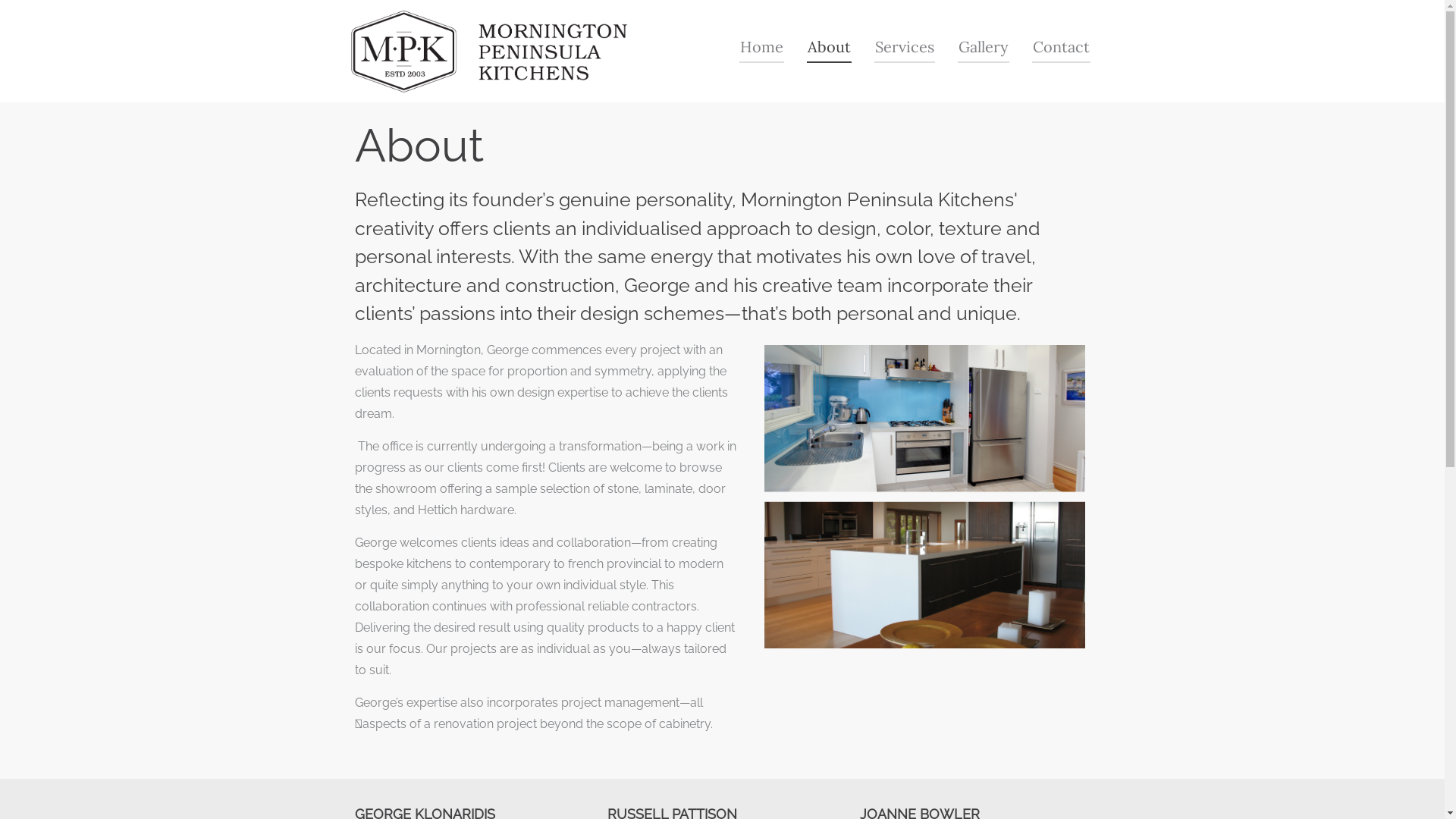 The image size is (1456, 819). I want to click on 'Home', so click(761, 46).